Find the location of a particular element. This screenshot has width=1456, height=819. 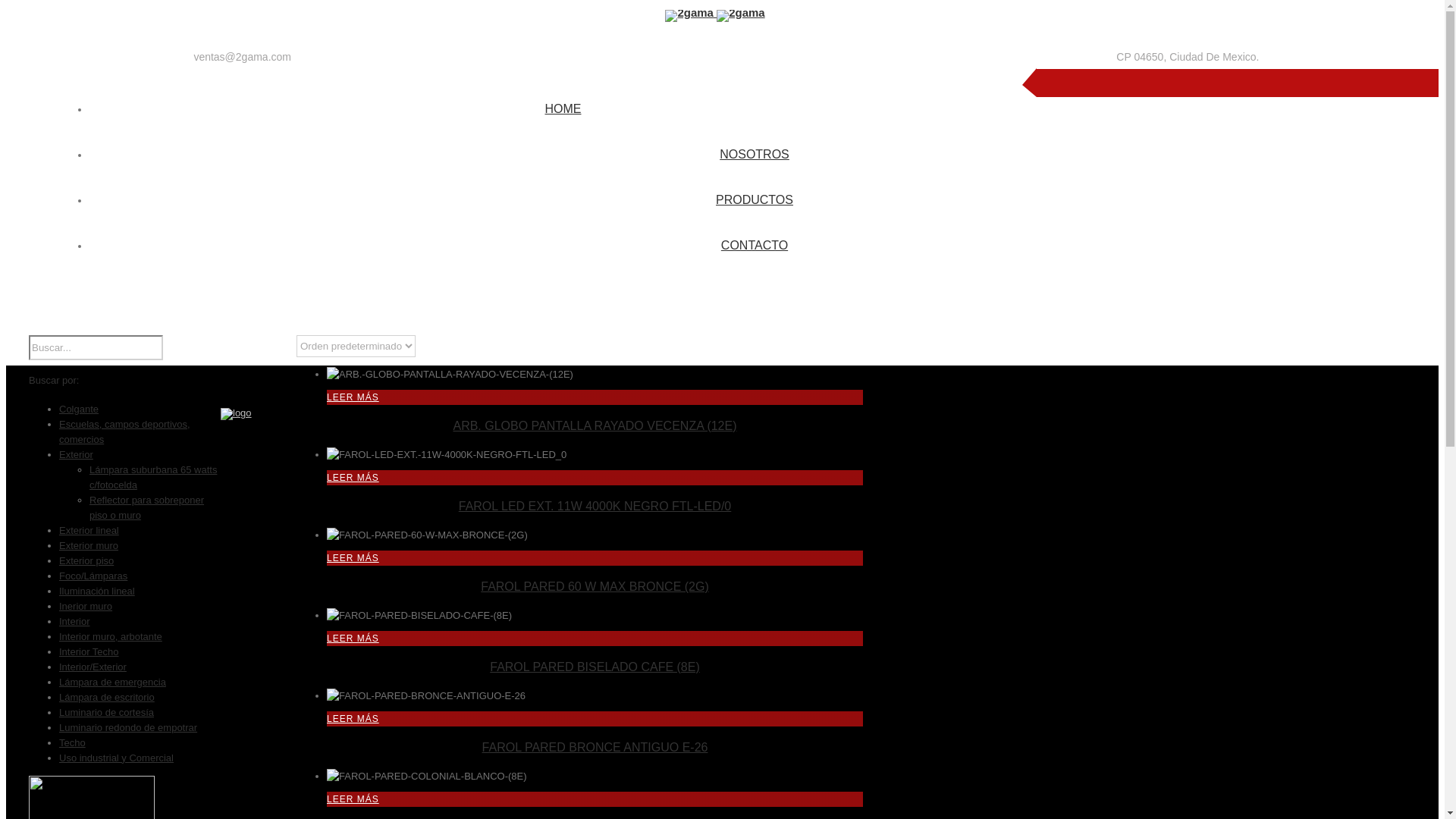

'ARB. GLOBO PANTALLA RAYADO VECENZA (12E)' is located at coordinates (593, 425).